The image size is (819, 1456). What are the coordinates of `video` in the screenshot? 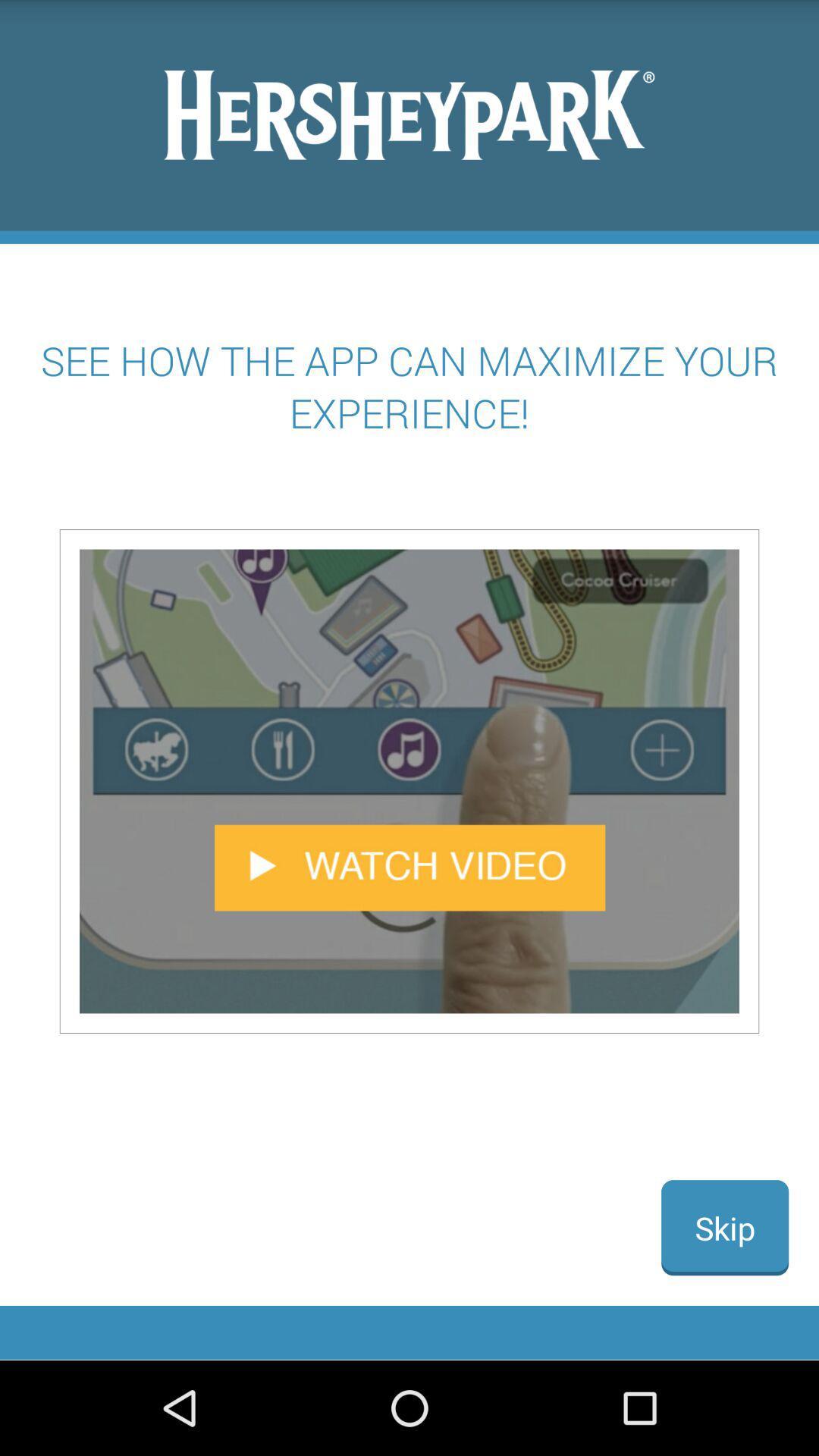 It's located at (409, 781).